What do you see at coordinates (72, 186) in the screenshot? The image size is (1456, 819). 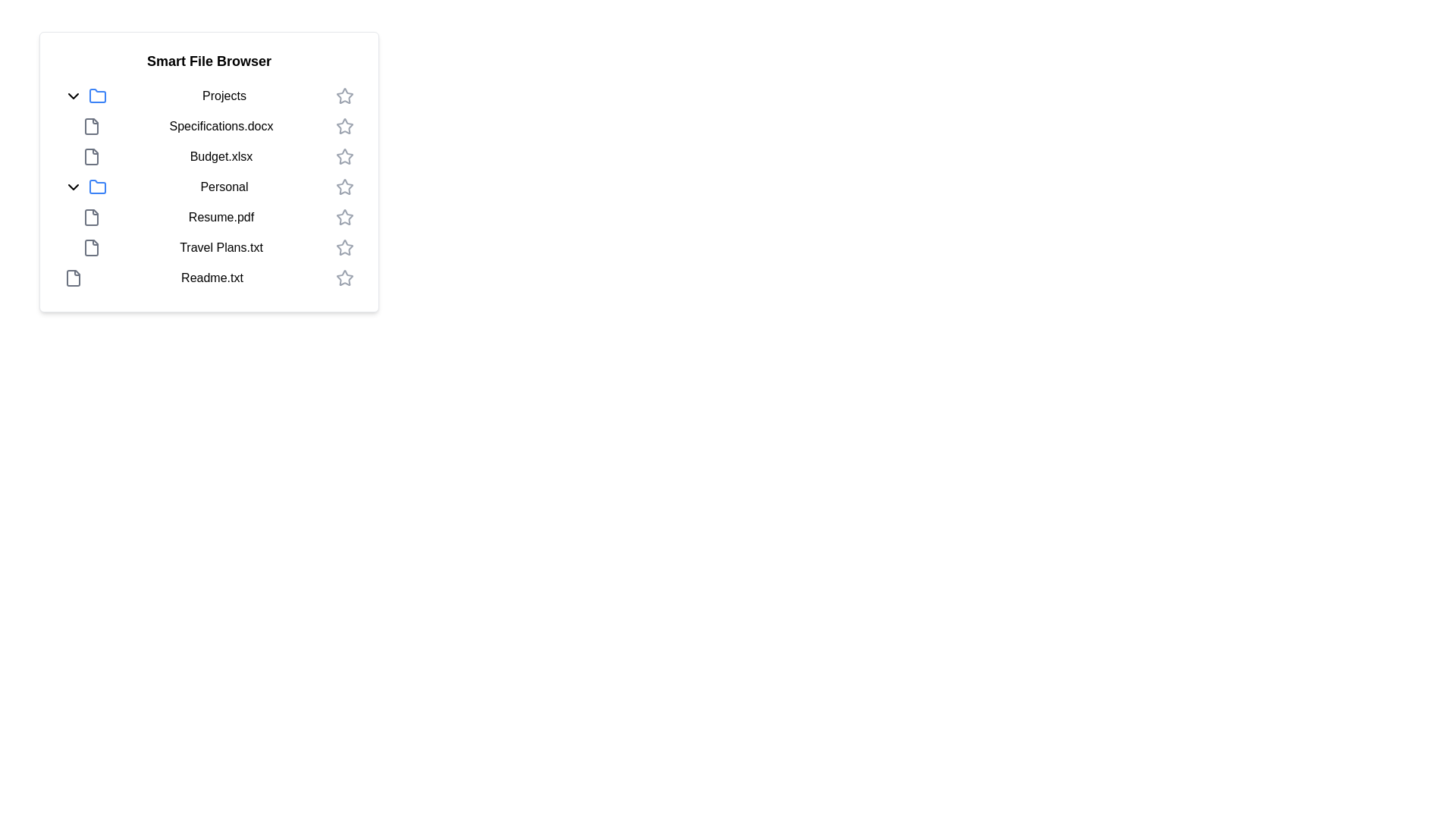 I see `the downward-facing chevron icon located before the text labeled 'Personal'` at bounding box center [72, 186].